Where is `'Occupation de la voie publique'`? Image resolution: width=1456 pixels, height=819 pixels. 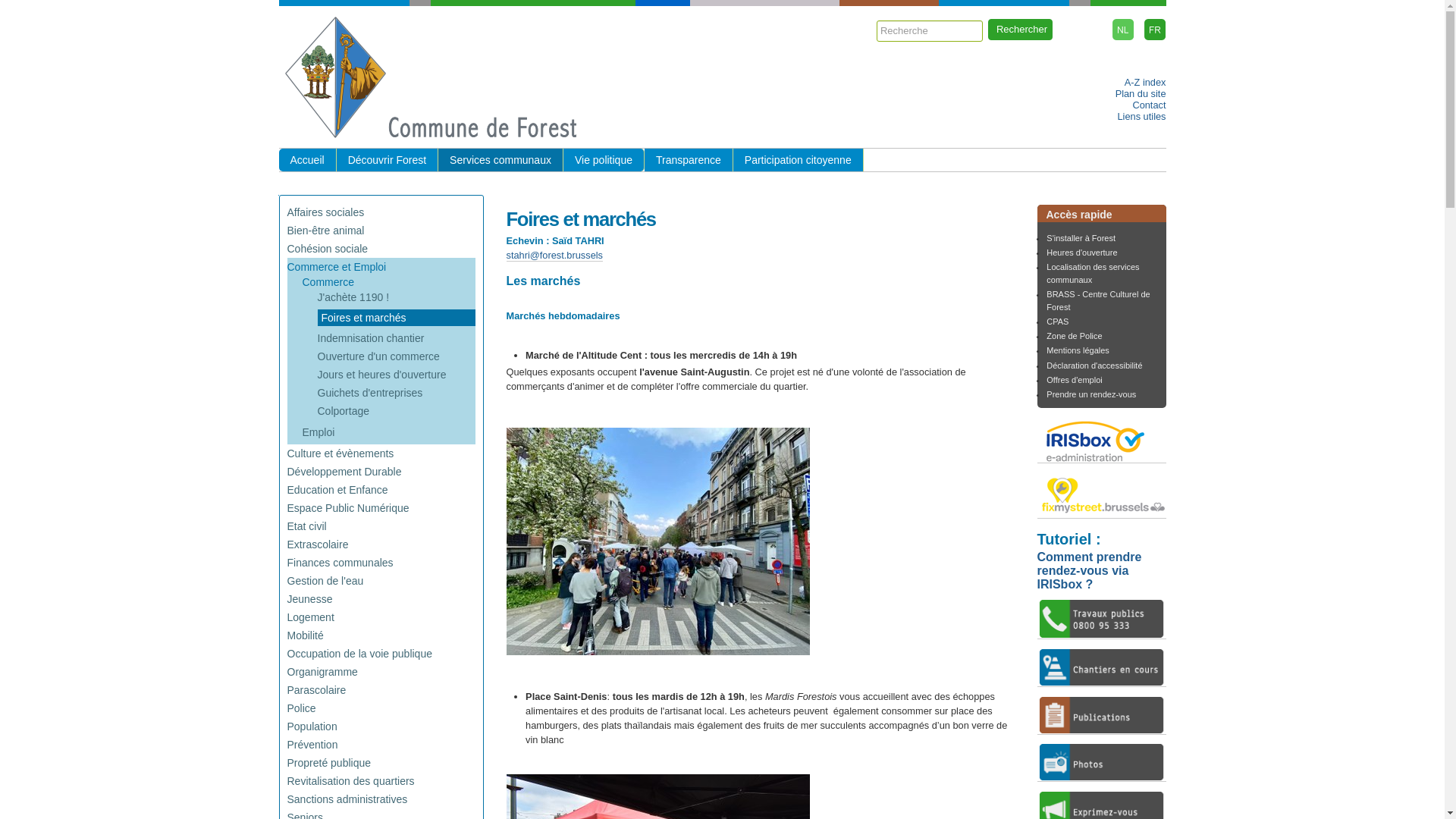 'Occupation de la voie publique' is located at coordinates (358, 652).